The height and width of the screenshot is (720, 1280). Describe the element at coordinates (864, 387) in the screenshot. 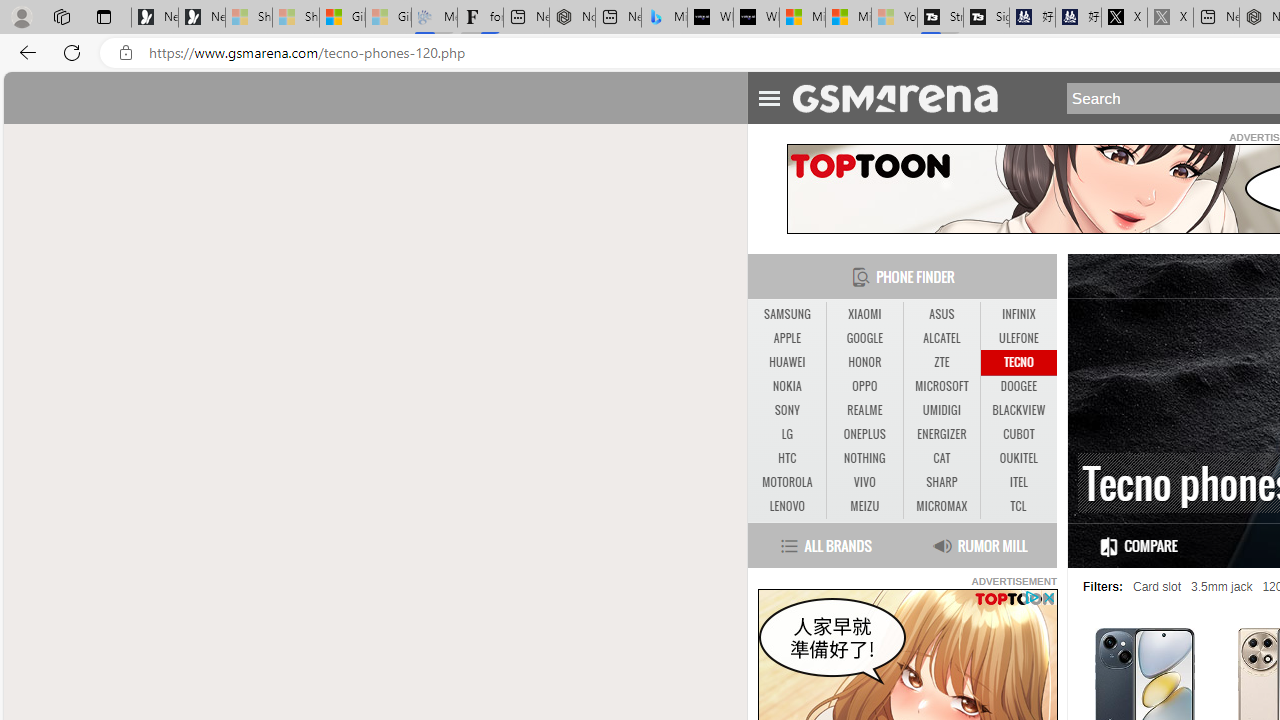

I see `'OPPO'` at that location.